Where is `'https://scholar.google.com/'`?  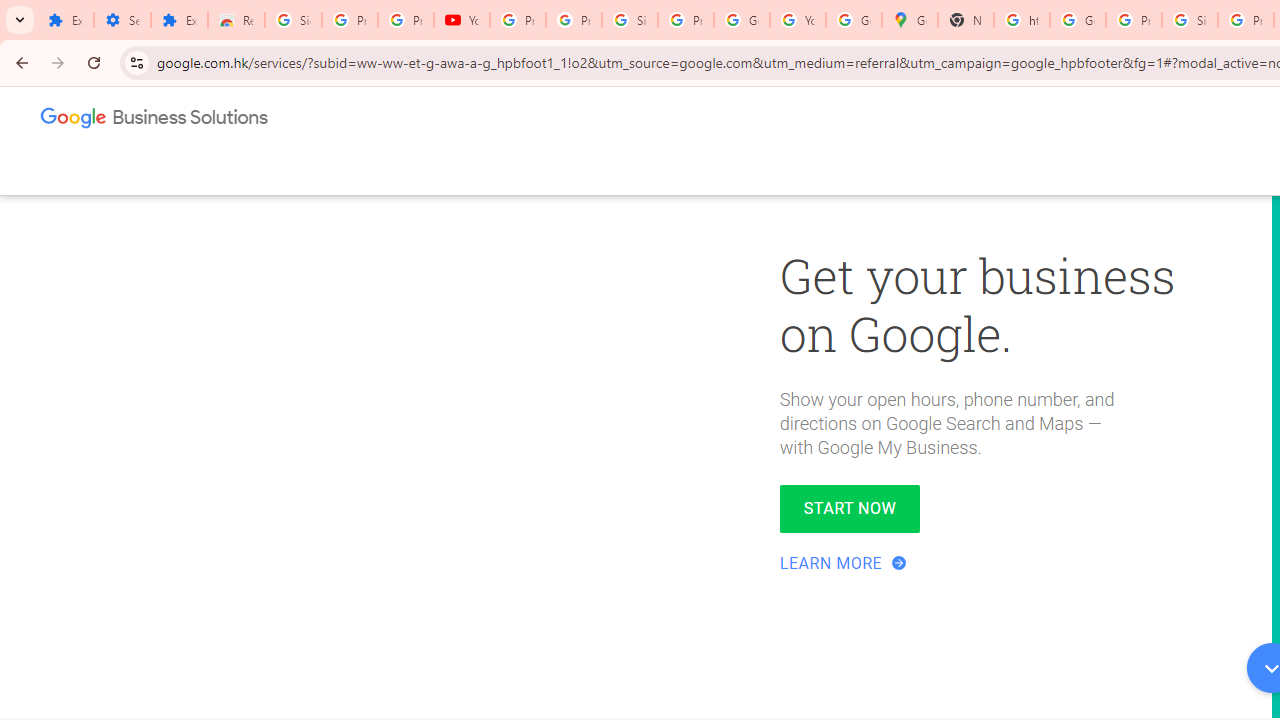 'https://scholar.google.com/' is located at coordinates (1022, 20).